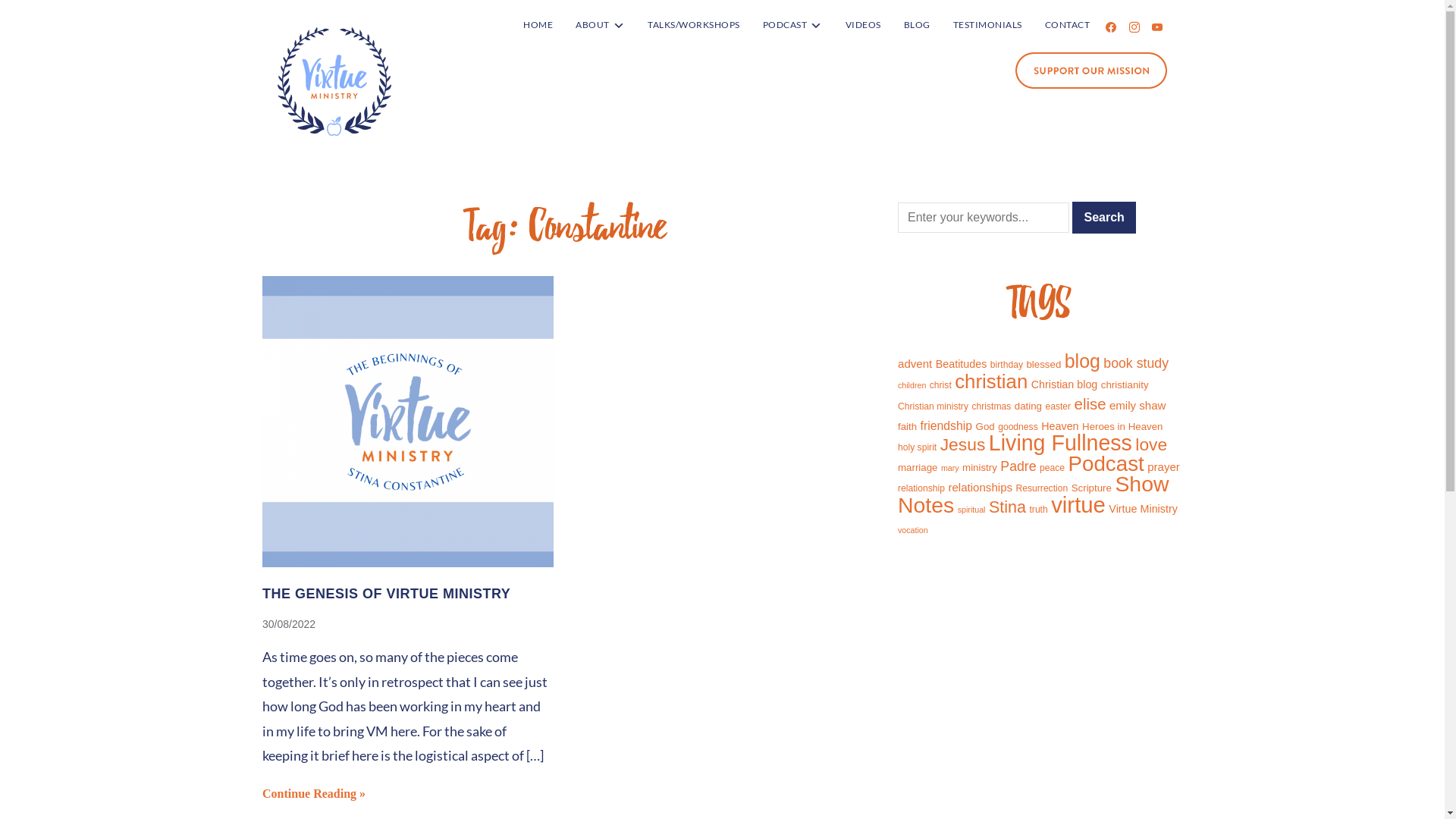 The width and height of the screenshot is (1456, 819). Describe the element at coordinates (1110, 26) in the screenshot. I see `'facebook'` at that location.